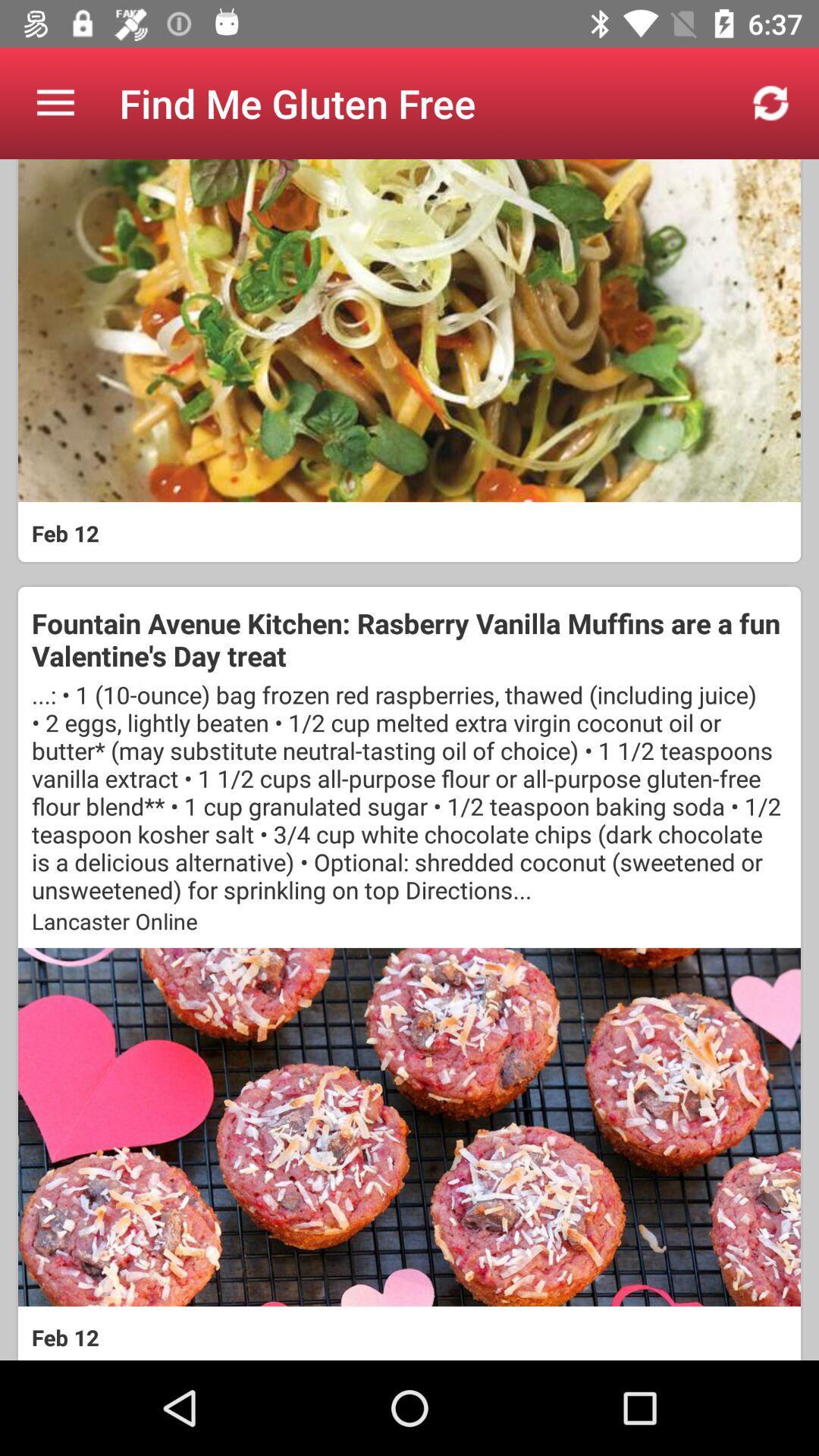 The height and width of the screenshot is (1456, 819). I want to click on lancaster online icon, so click(409, 920).